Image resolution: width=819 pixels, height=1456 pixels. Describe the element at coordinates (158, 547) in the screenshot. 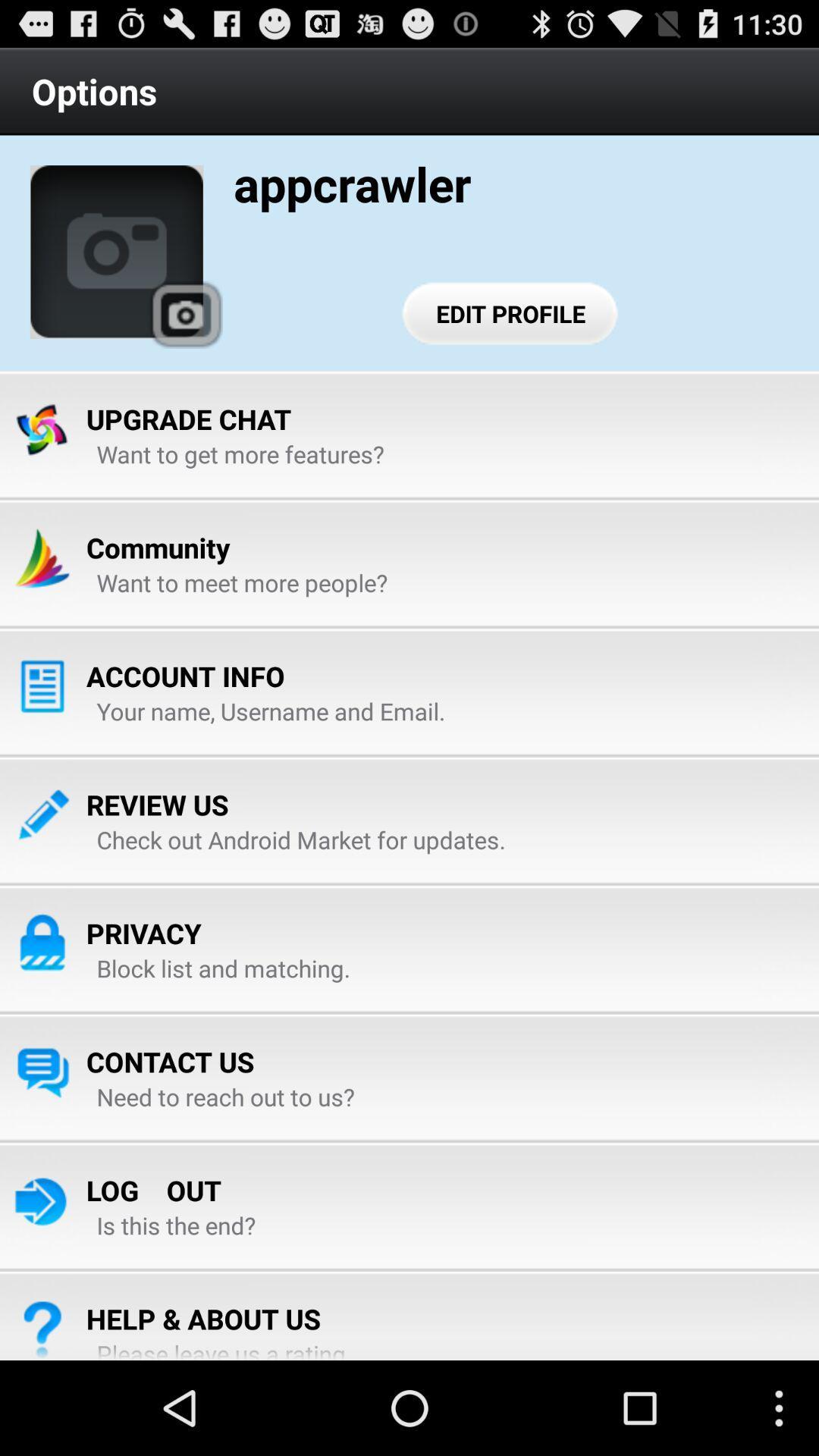

I see `community icon` at that location.